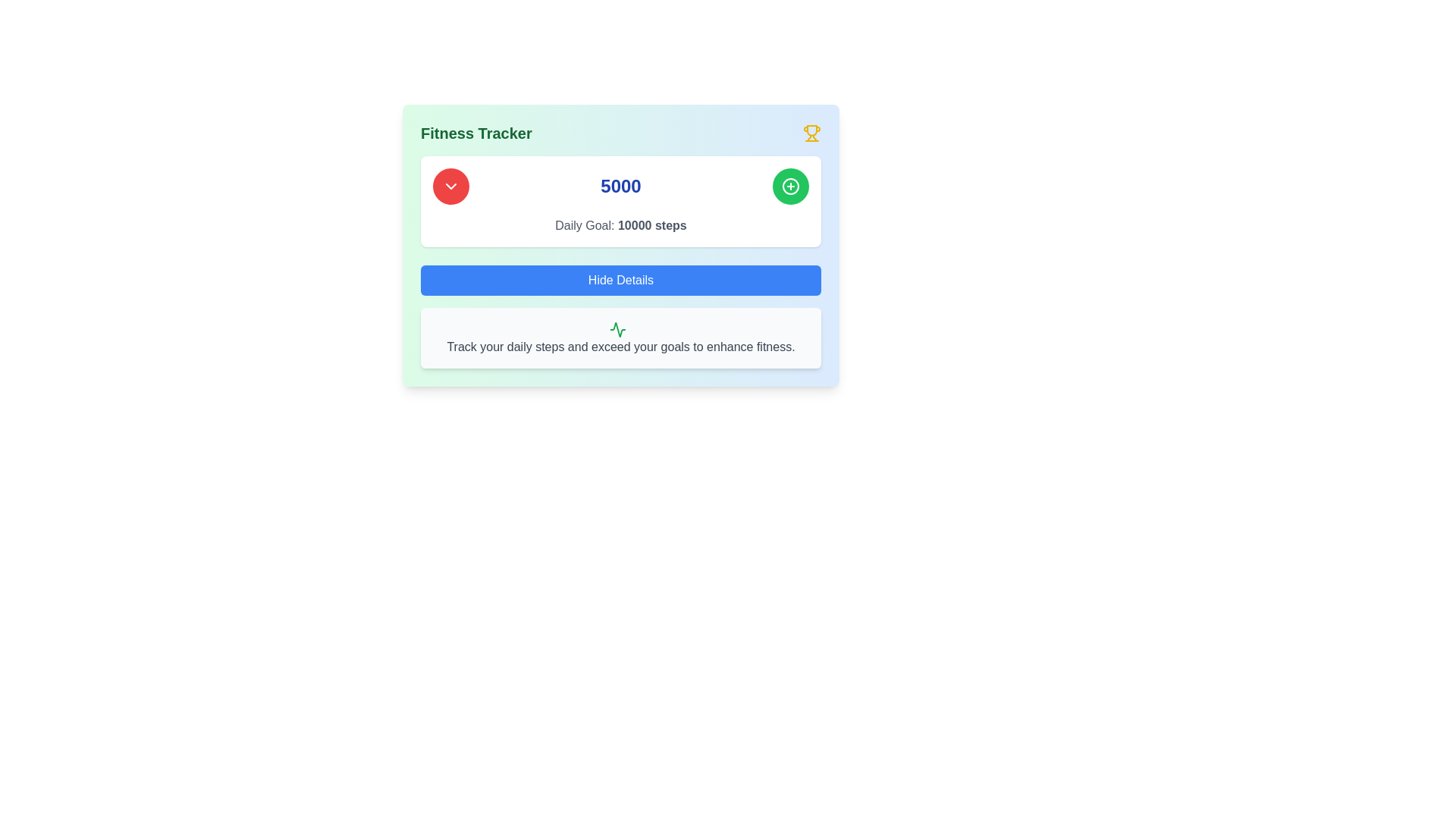 Image resolution: width=1456 pixels, height=819 pixels. I want to click on the dropdown icon centered within the red circular button in the top-left section of the 'Fitness Tracker' card, so click(450, 186).